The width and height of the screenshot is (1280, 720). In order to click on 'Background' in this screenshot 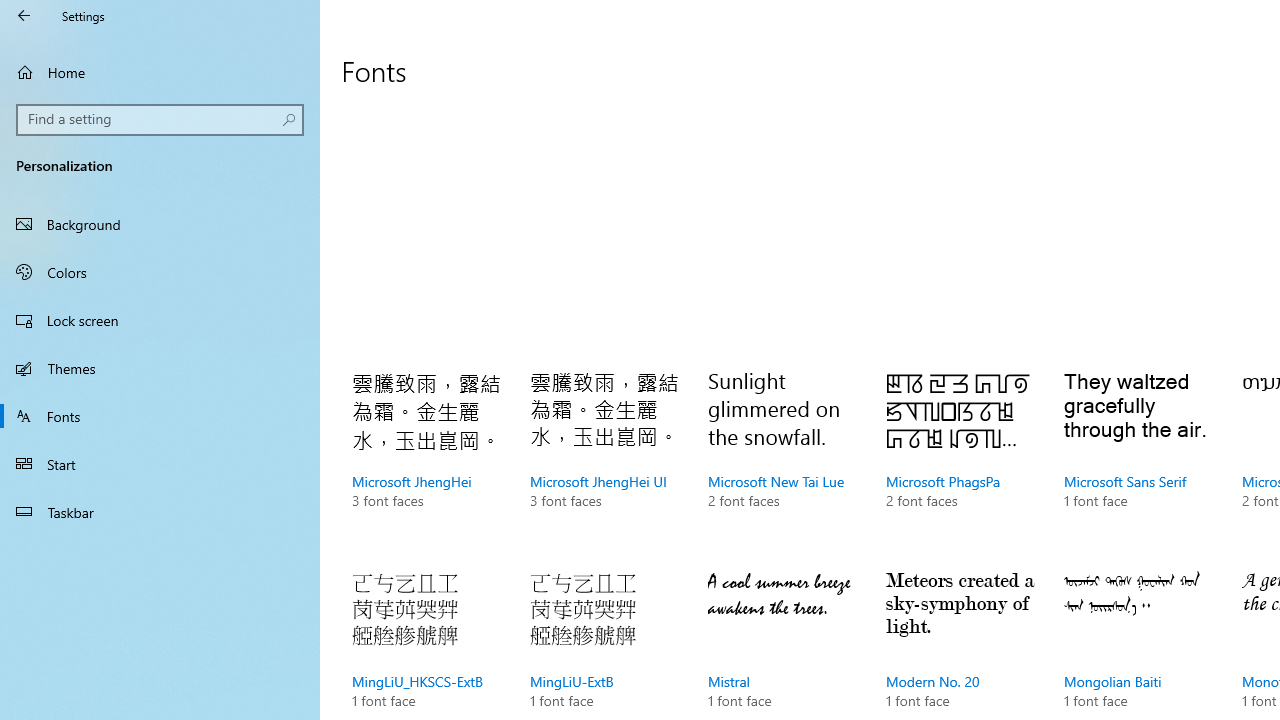, I will do `click(160, 223)`.